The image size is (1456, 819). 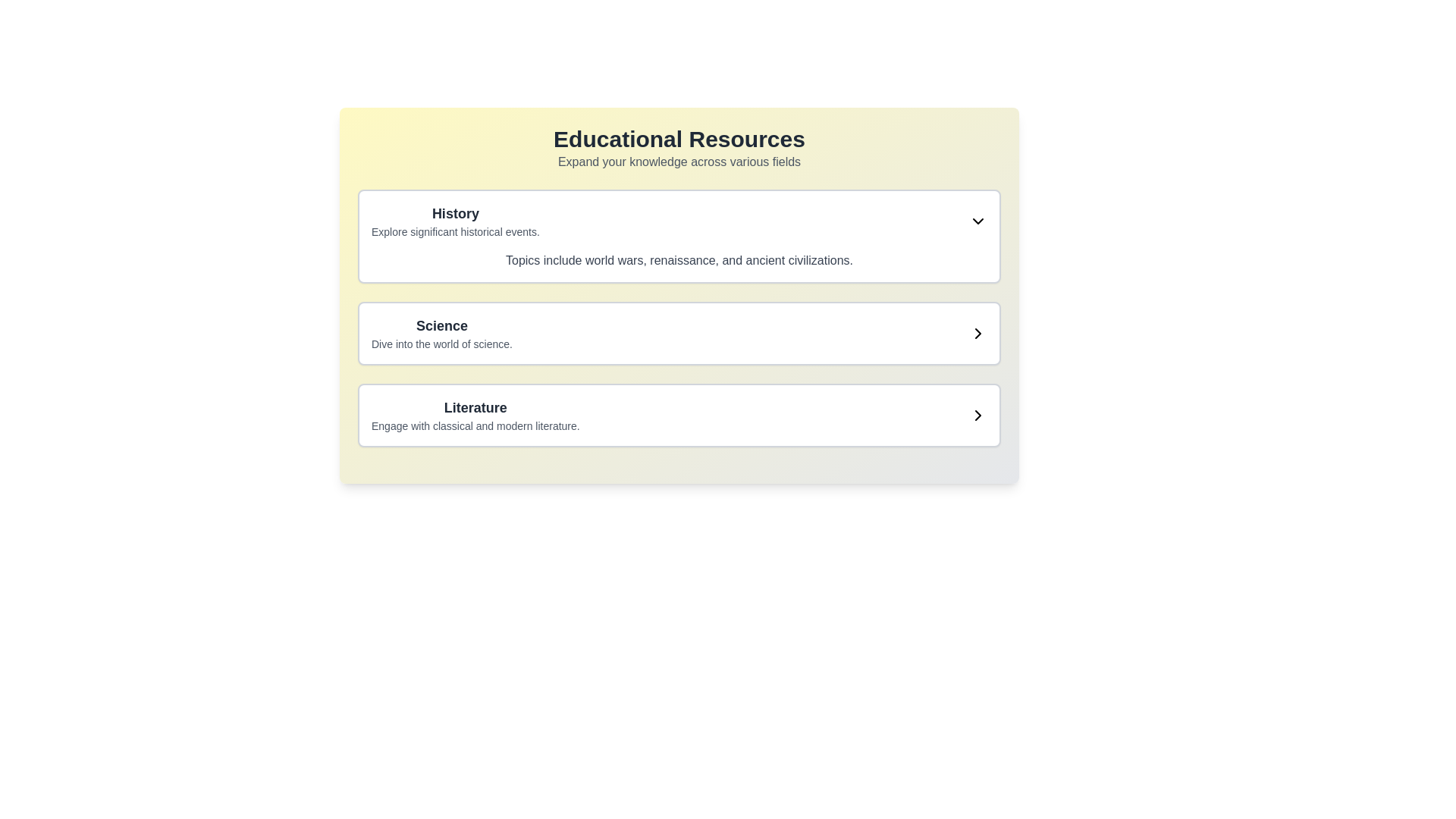 I want to click on the Dropdown Indicator Icon located on the right edge of the 'History' section, so click(x=978, y=221).